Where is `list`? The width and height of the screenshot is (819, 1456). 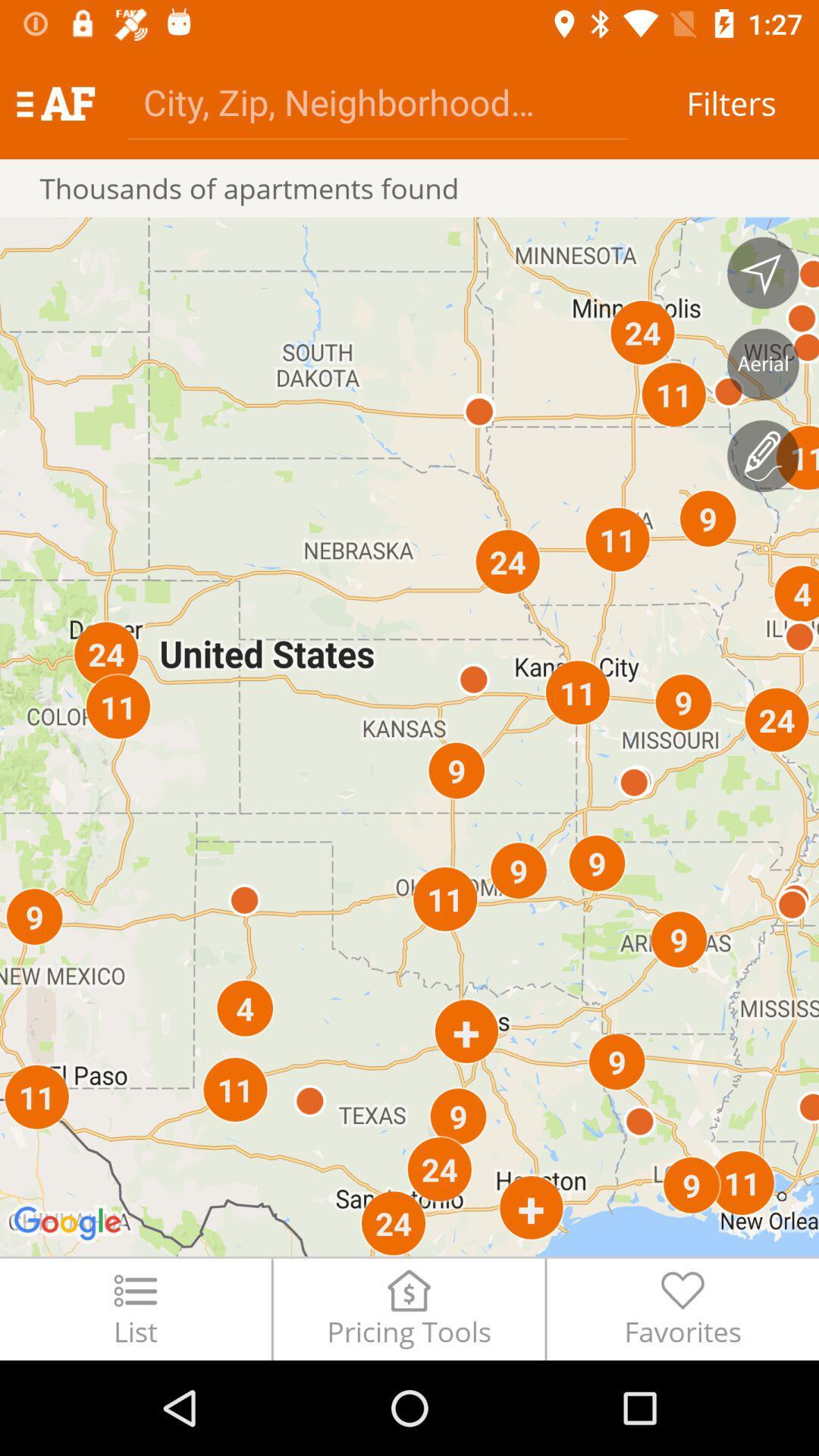 list is located at coordinates (134, 1308).